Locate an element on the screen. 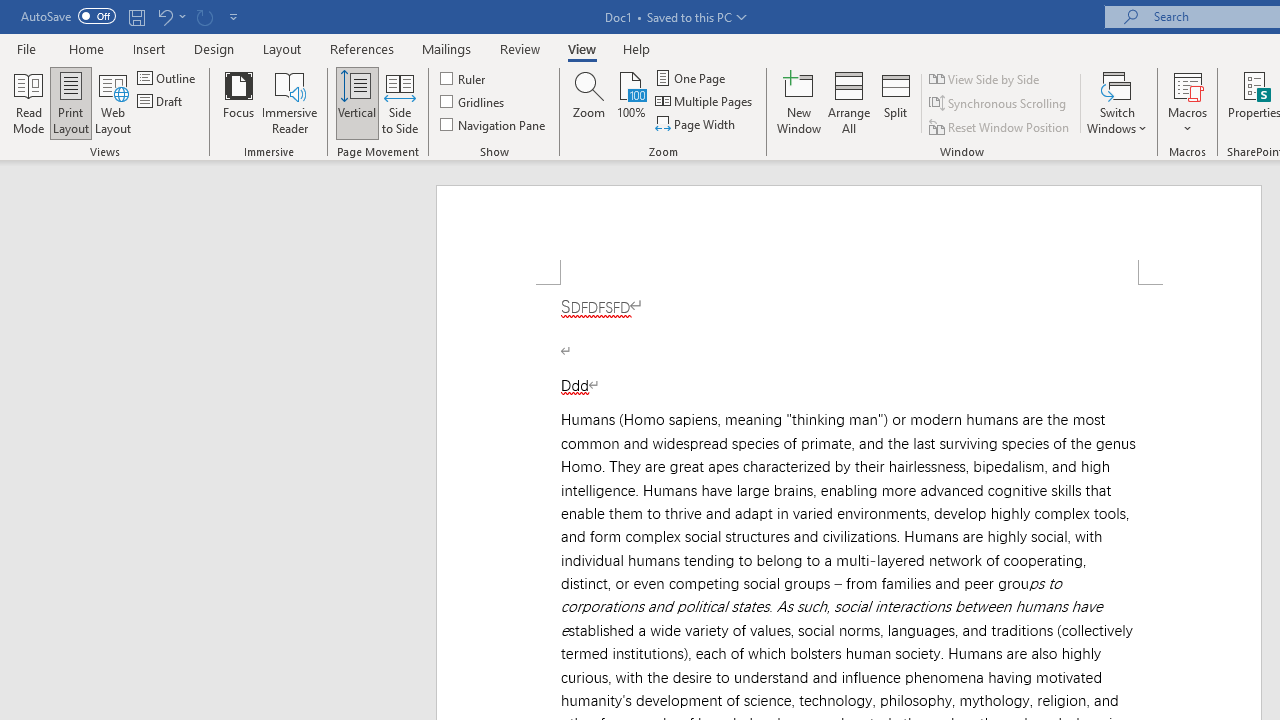  'One Page' is located at coordinates (691, 77).